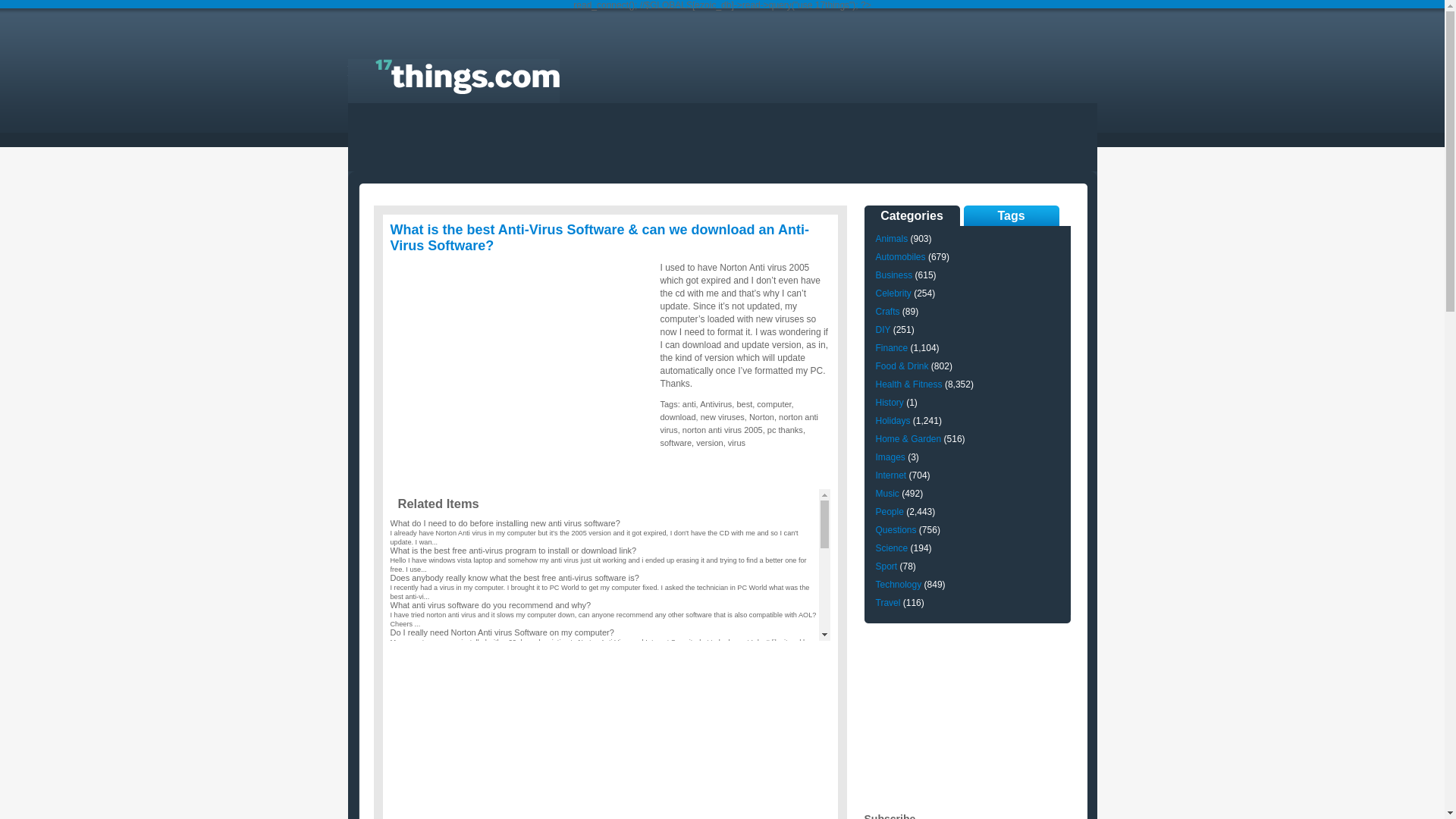 The width and height of the screenshot is (1456, 819). Describe the element at coordinates (887, 311) in the screenshot. I see `'Crafts'` at that location.